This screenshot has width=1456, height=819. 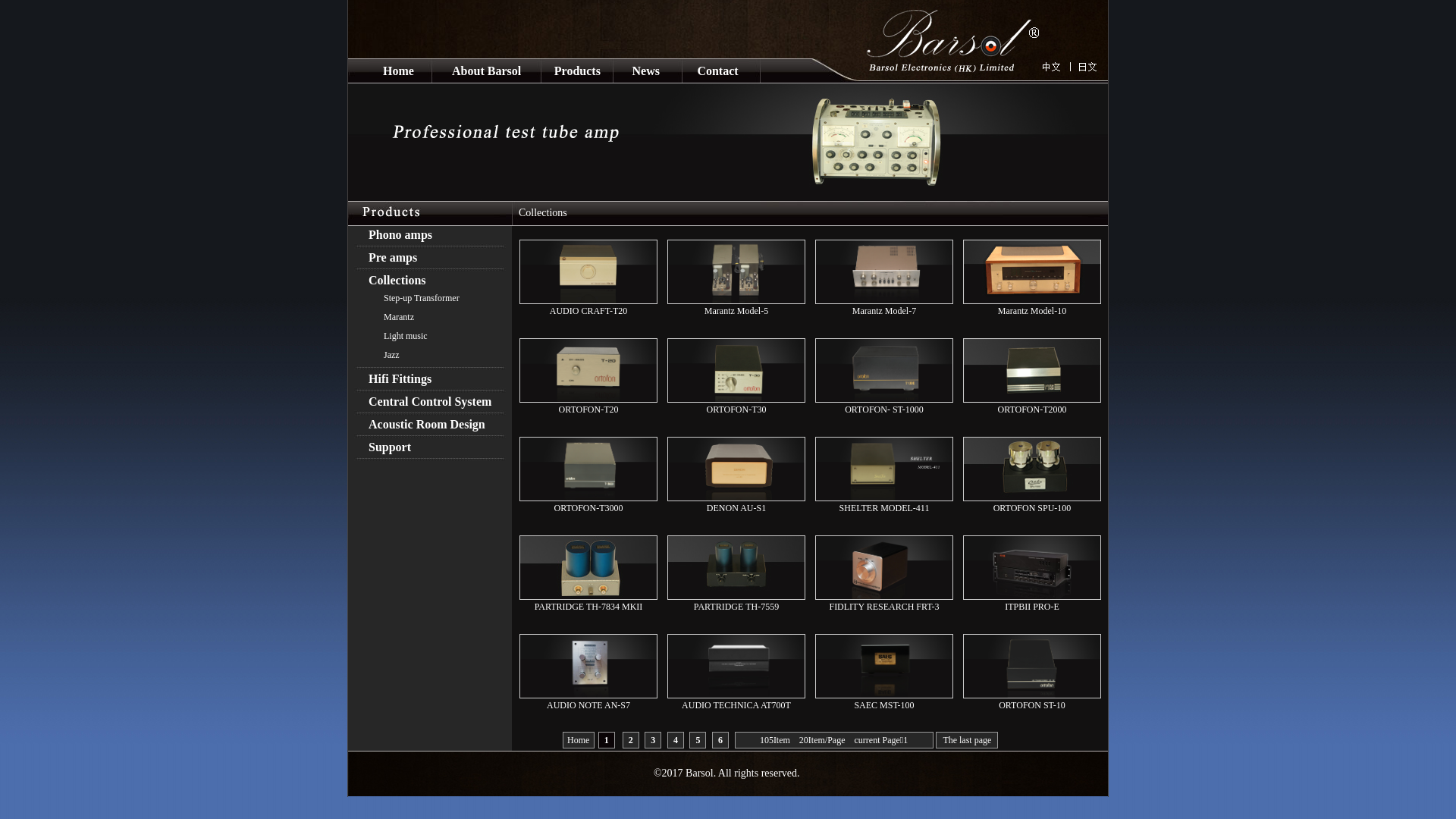 What do you see at coordinates (428, 280) in the screenshot?
I see `'Collections'` at bounding box center [428, 280].